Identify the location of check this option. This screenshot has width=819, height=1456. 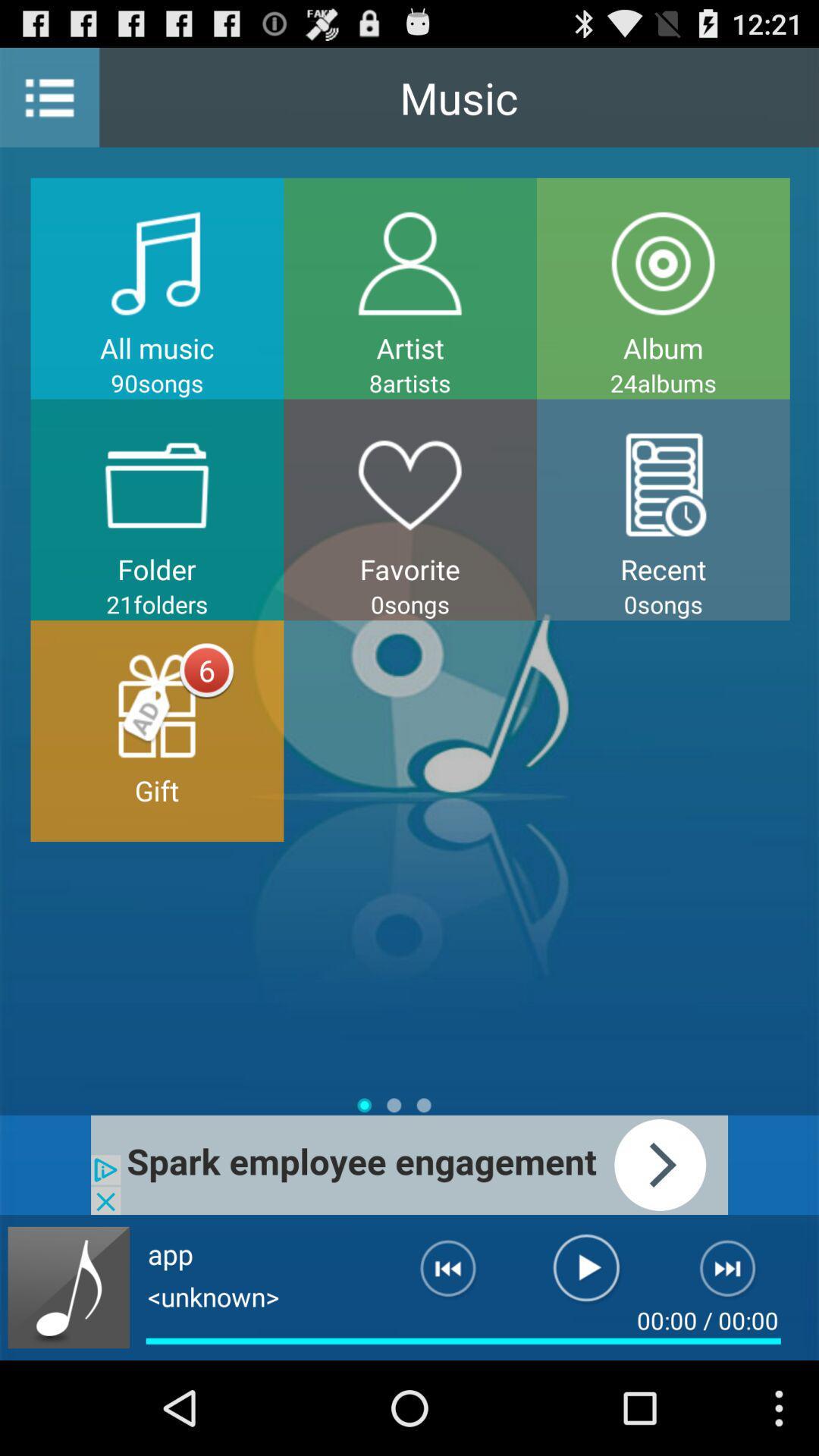
(409, 1164).